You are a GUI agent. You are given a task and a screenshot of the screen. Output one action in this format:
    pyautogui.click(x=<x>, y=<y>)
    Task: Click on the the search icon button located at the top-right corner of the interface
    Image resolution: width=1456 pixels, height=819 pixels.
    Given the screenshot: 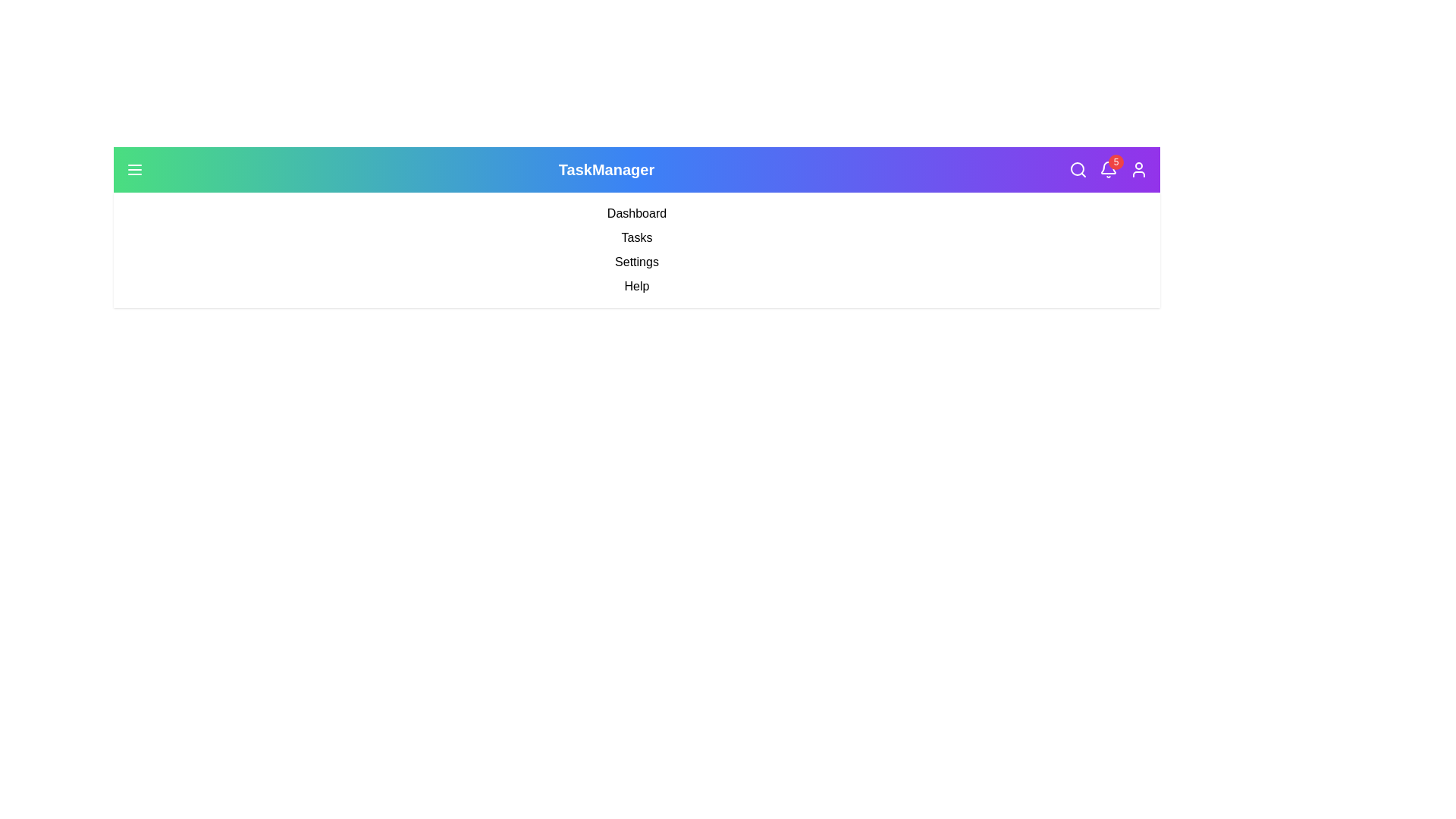 What is the action you would take?
    pyautogui.click(x=1077, y=169)
    